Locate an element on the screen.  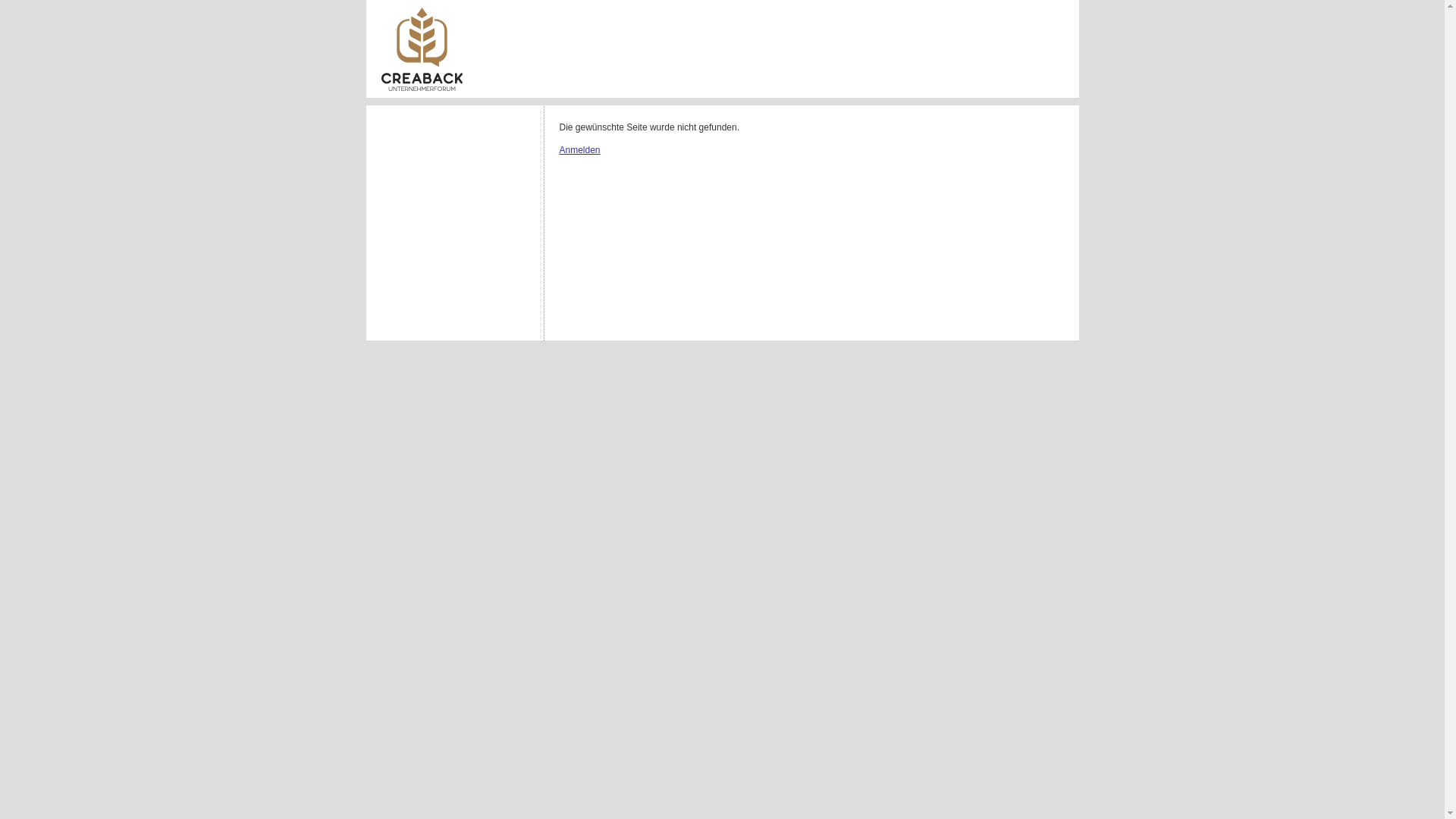
'Nicht gefunden' is located at coordinates (421, 49).